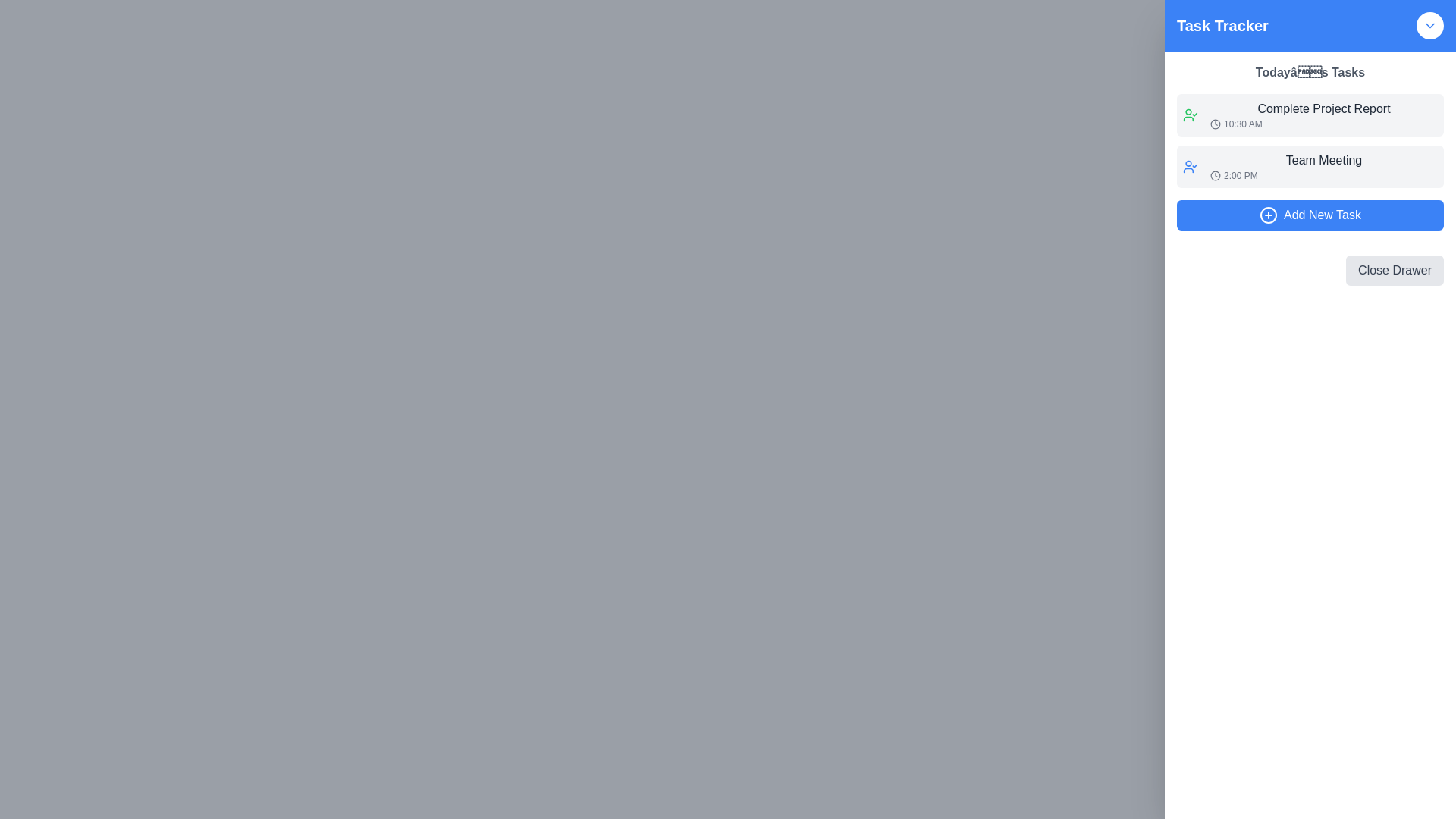 The height and width of the screenshot is (819, 1456). I want to click on the static text label indicating the 'Team Meeting' scheduled at 2:00 PM, located in the second list item of the 'Today's Tasks' section, so click(1323, 166).